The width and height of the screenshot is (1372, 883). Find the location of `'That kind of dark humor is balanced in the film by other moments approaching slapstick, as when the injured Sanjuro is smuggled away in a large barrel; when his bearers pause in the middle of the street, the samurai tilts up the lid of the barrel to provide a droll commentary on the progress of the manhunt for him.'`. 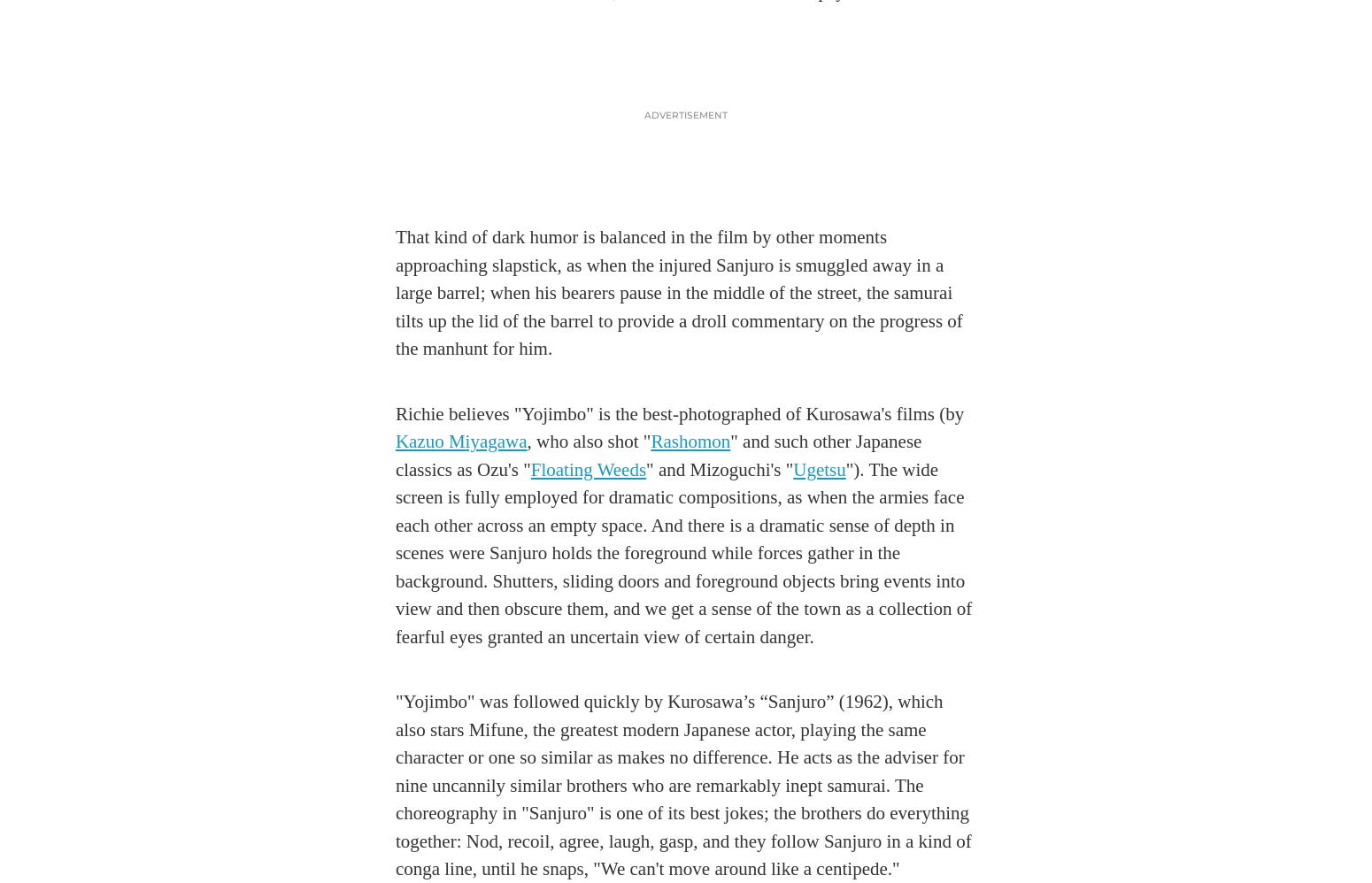

'That kind of dark humor is balanced in the film by other moments approaching slapstick, as when the injured Sanjuro is smuggled away in a large barrel; when his bearers pause in the middle of the street, the samurai tilts up the lid of the barrel to provide a droll commentary on the progress of the manhunt for him.' is located at coordinates (394, 293).